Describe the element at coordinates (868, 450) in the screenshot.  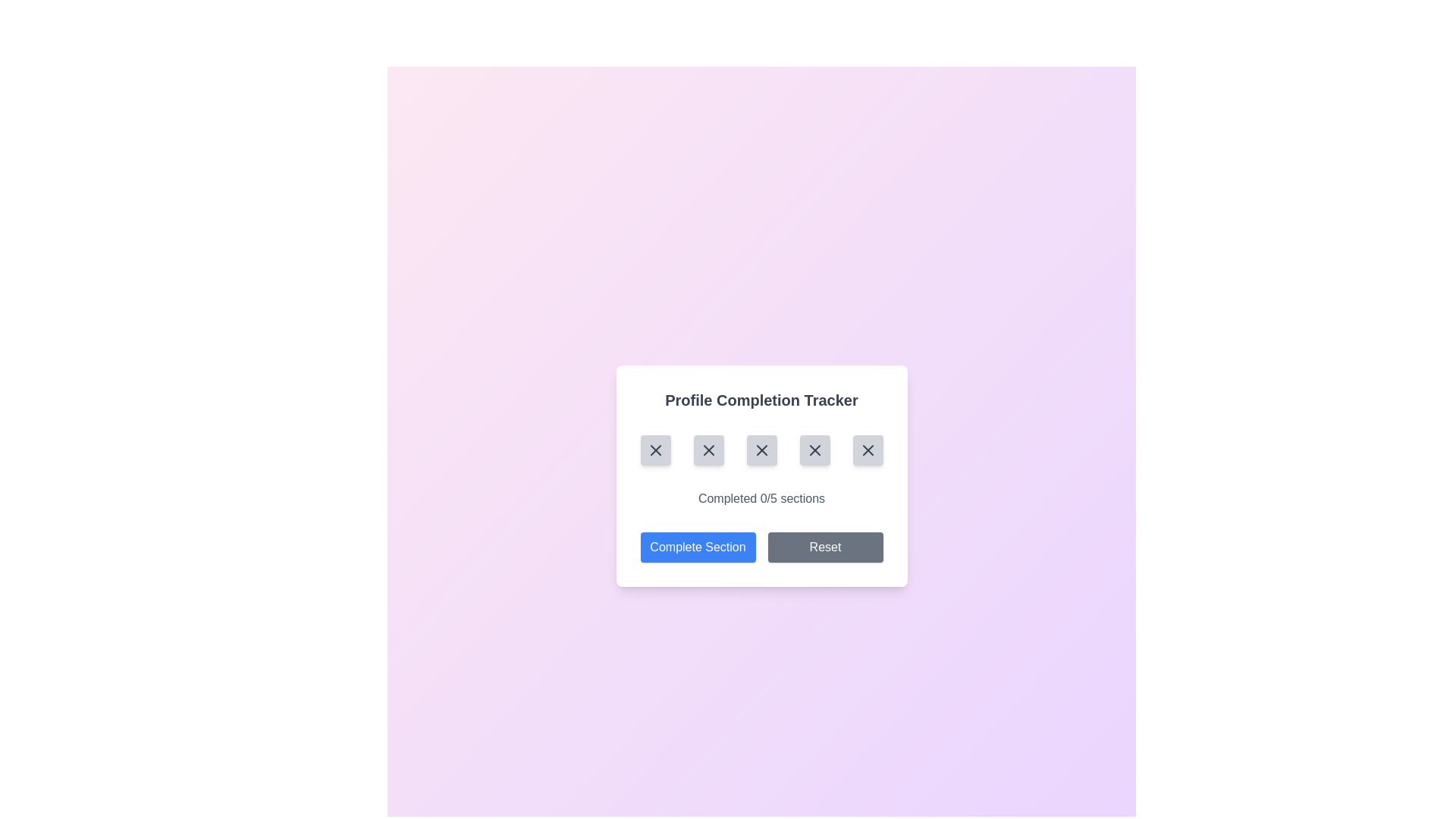
I see `the fifth icon in the Profile Completion Tracker` at that location.